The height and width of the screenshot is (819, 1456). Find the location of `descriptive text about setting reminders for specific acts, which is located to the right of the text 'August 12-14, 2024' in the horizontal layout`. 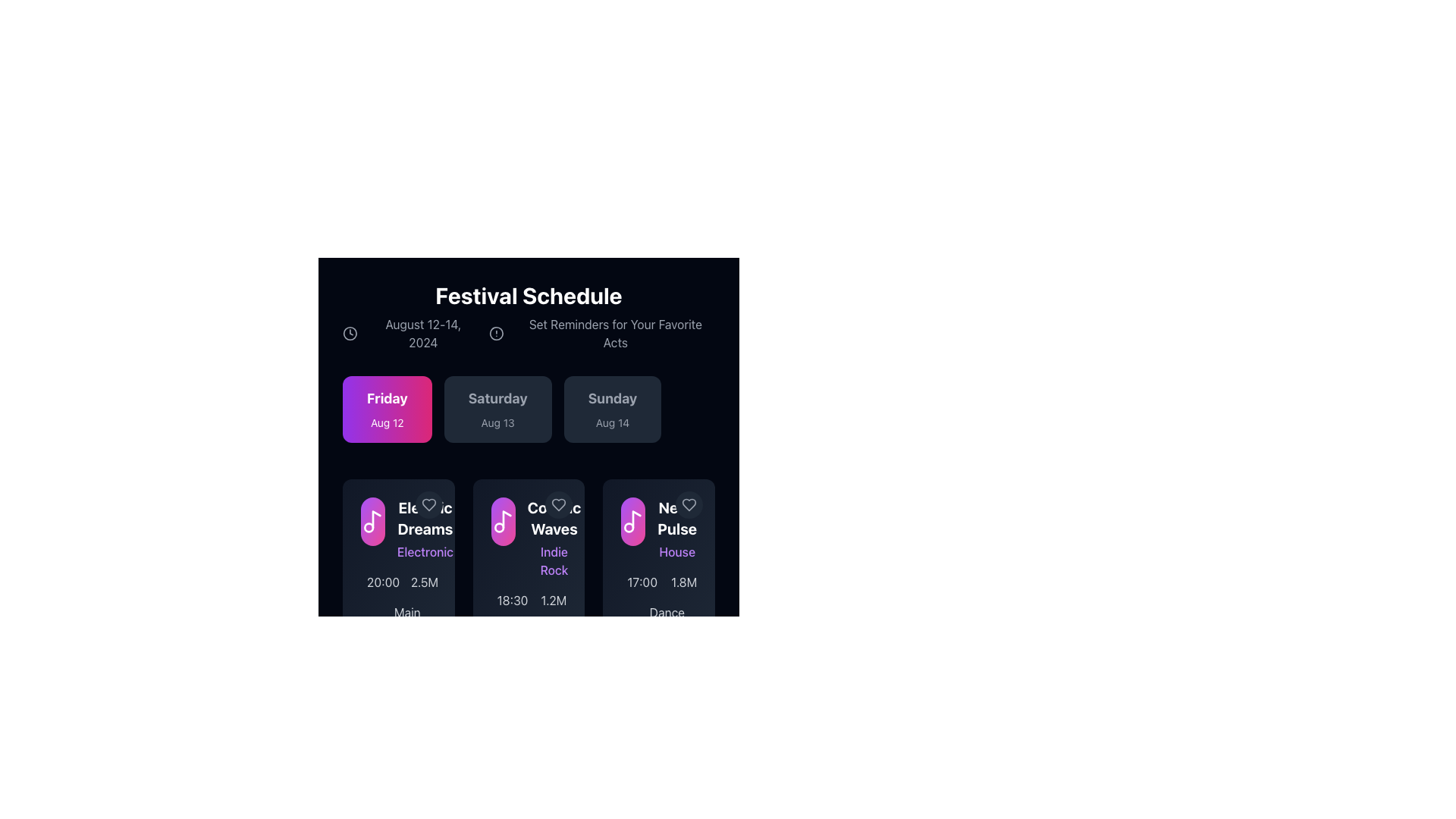

descriptive text about setting reminders for specific acts, which is located to the right of the text 'August 12-14, 2024' in the horizontal layout is located at coordinates (615, 332).